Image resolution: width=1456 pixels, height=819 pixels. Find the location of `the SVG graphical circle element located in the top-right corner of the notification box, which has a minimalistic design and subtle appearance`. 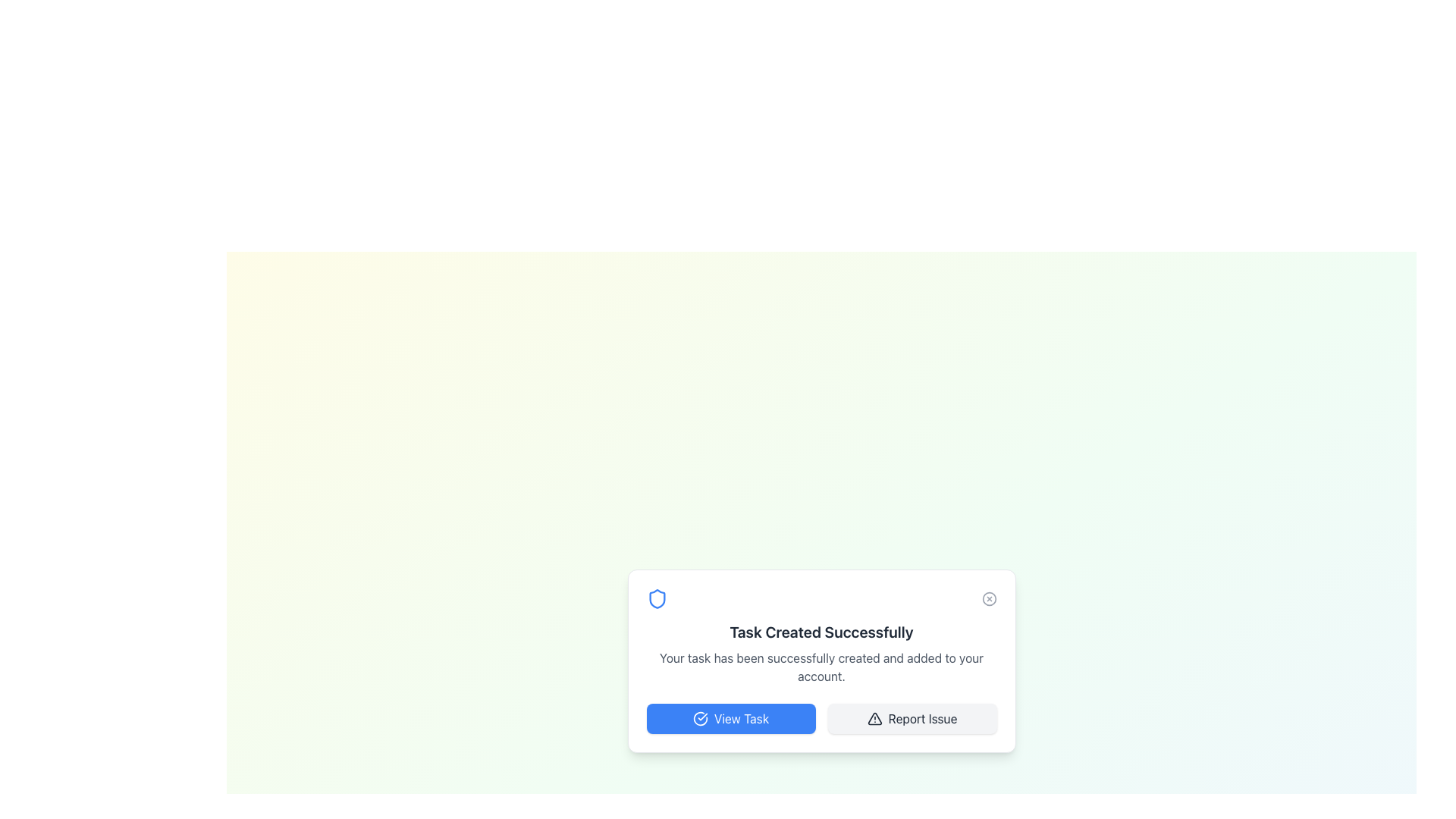

the SVG graphical circle element located in the top-right corner of the notification box, which has a minimalistic design and subtle appearance is located at coordinates (989, 598).